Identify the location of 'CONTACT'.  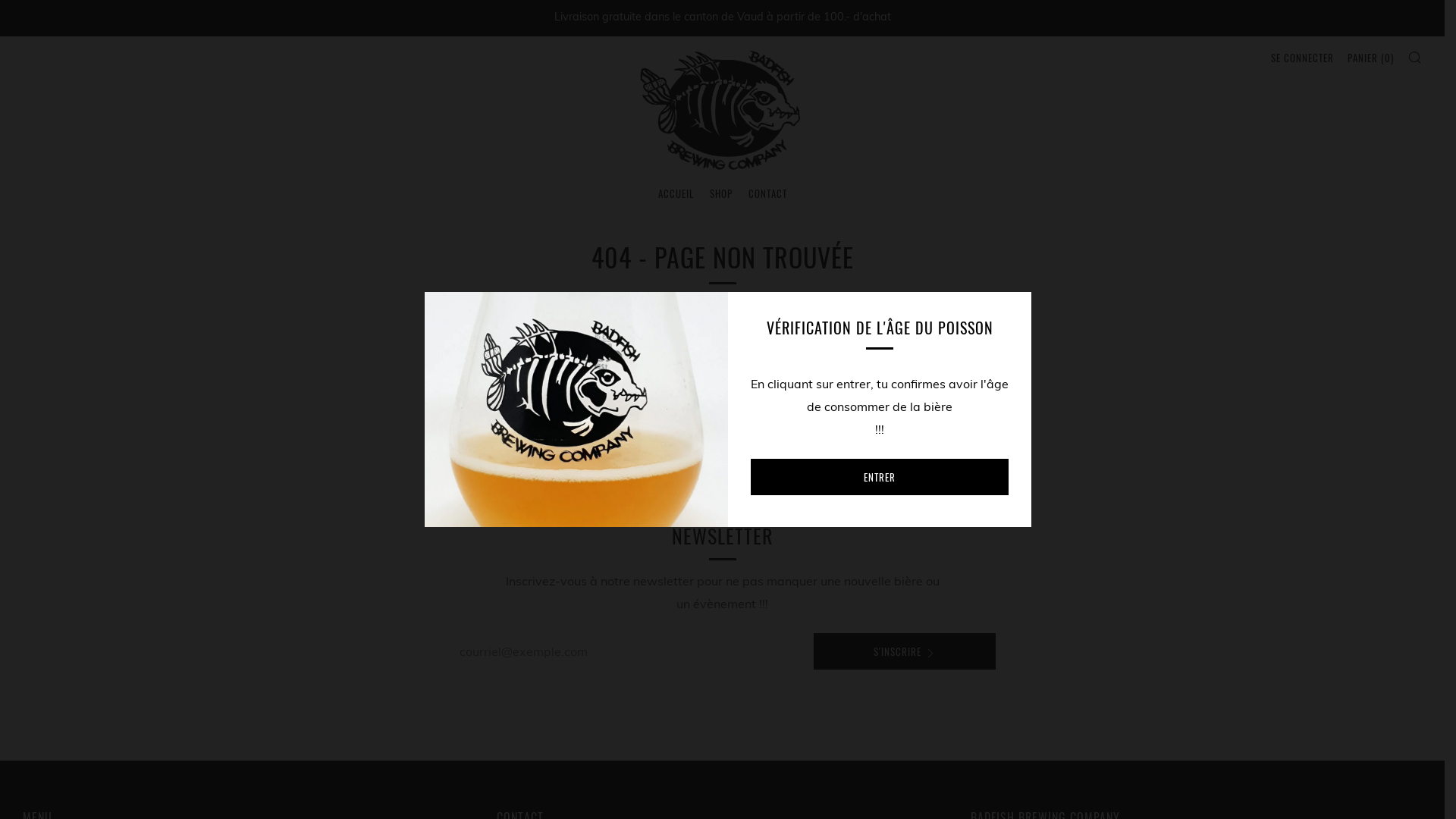
(767, 192).